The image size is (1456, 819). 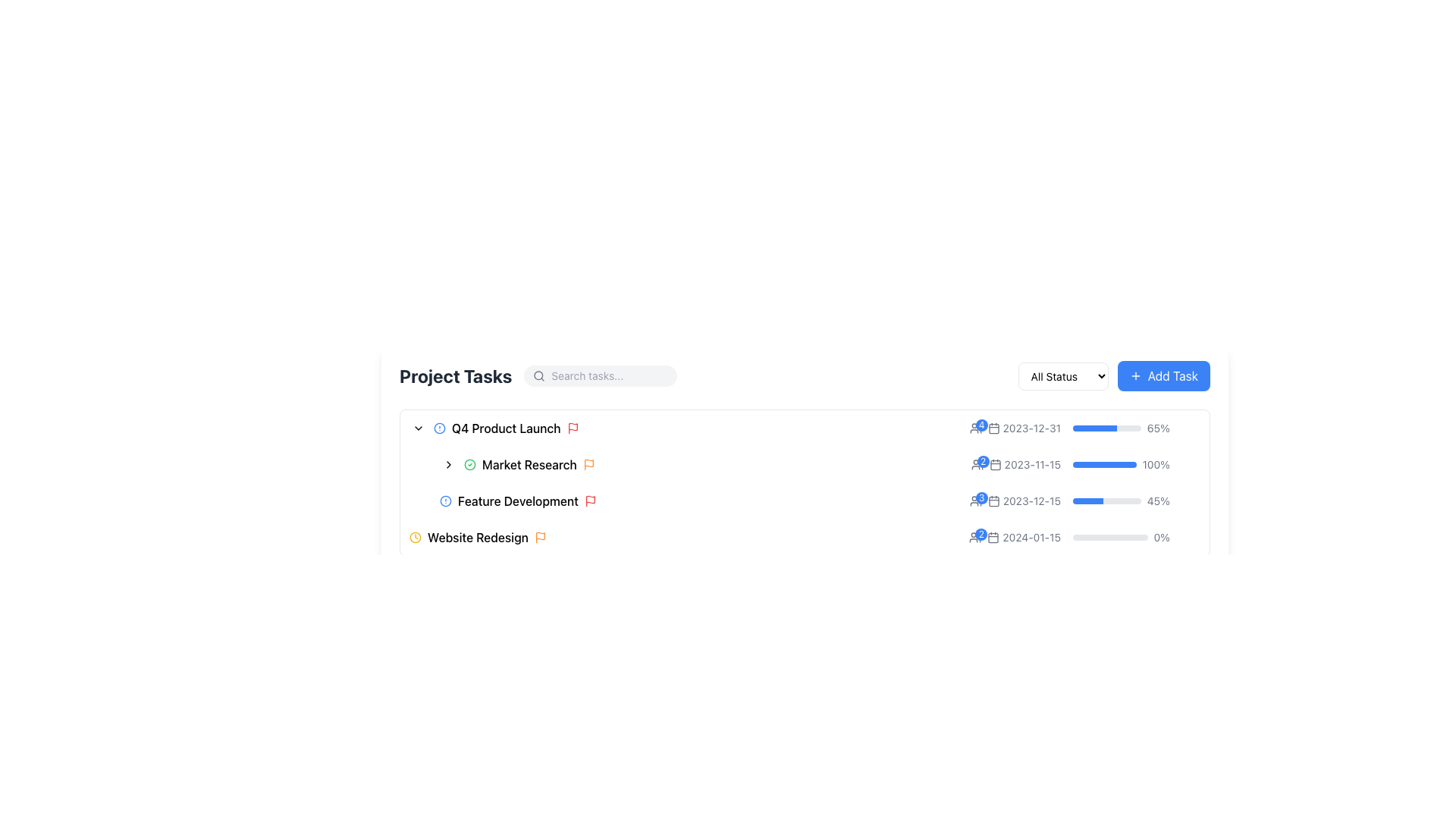 I want to click on the progress percentage Text label for the 'Website Redesign' task, which is positioned to the right of the progress bar and aligns with the task's date, so click(x=1084, y=537).